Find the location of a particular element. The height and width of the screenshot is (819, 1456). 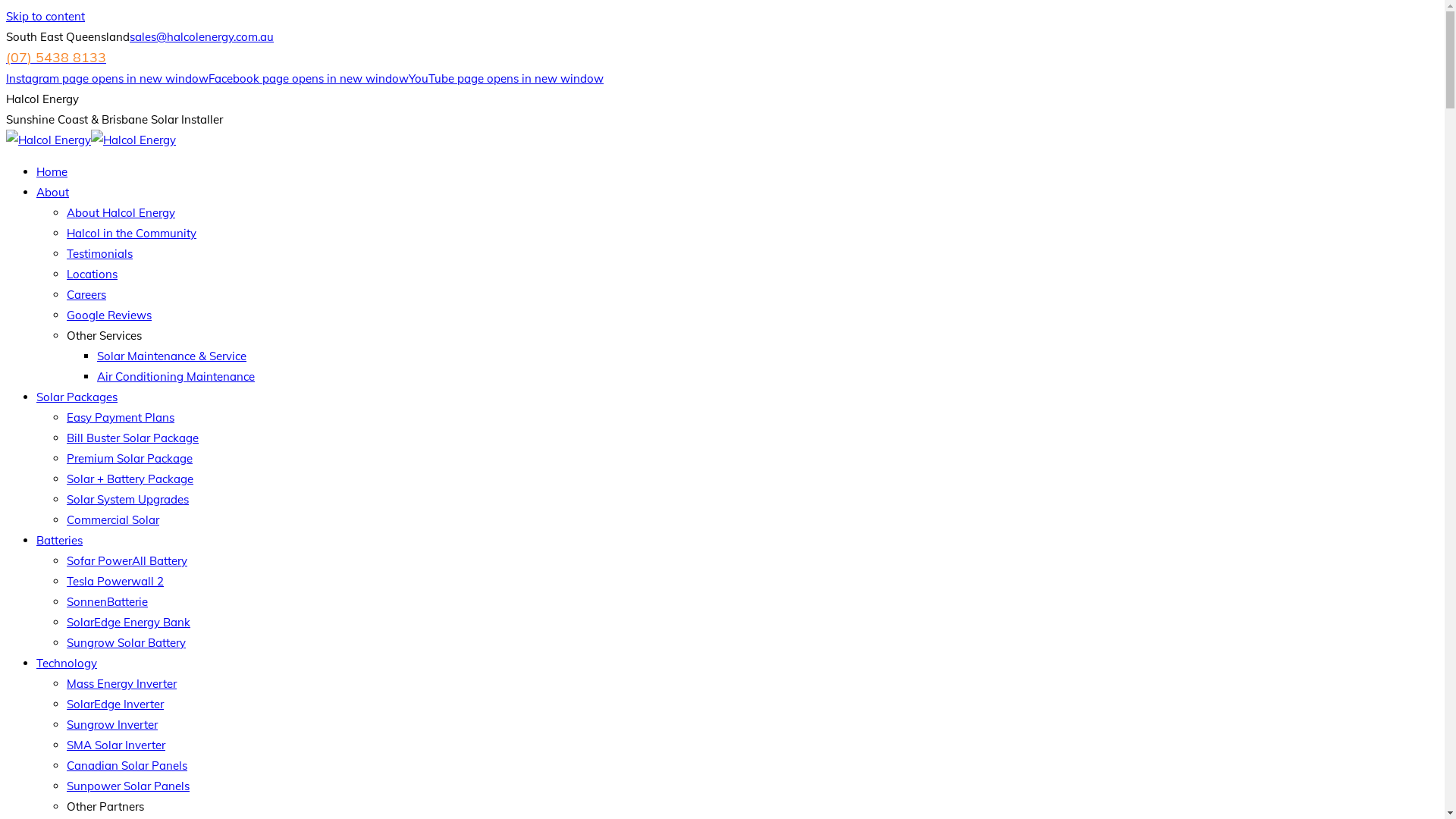

'Batteries' is located at coordinates (59, 539).